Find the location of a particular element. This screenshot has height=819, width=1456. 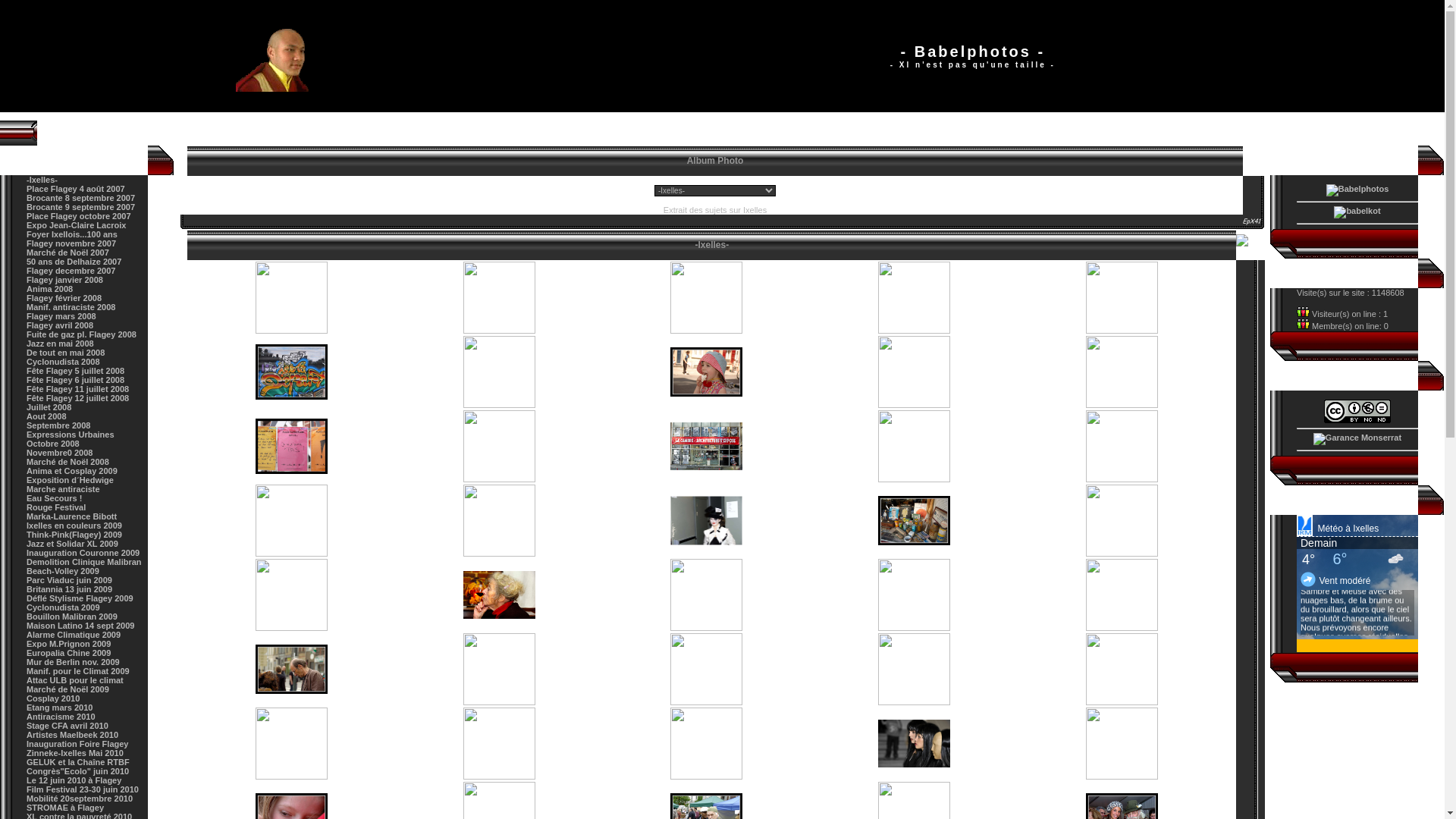

'Foyer Ixellois...100 ans' is located at coordinates (71, 234).